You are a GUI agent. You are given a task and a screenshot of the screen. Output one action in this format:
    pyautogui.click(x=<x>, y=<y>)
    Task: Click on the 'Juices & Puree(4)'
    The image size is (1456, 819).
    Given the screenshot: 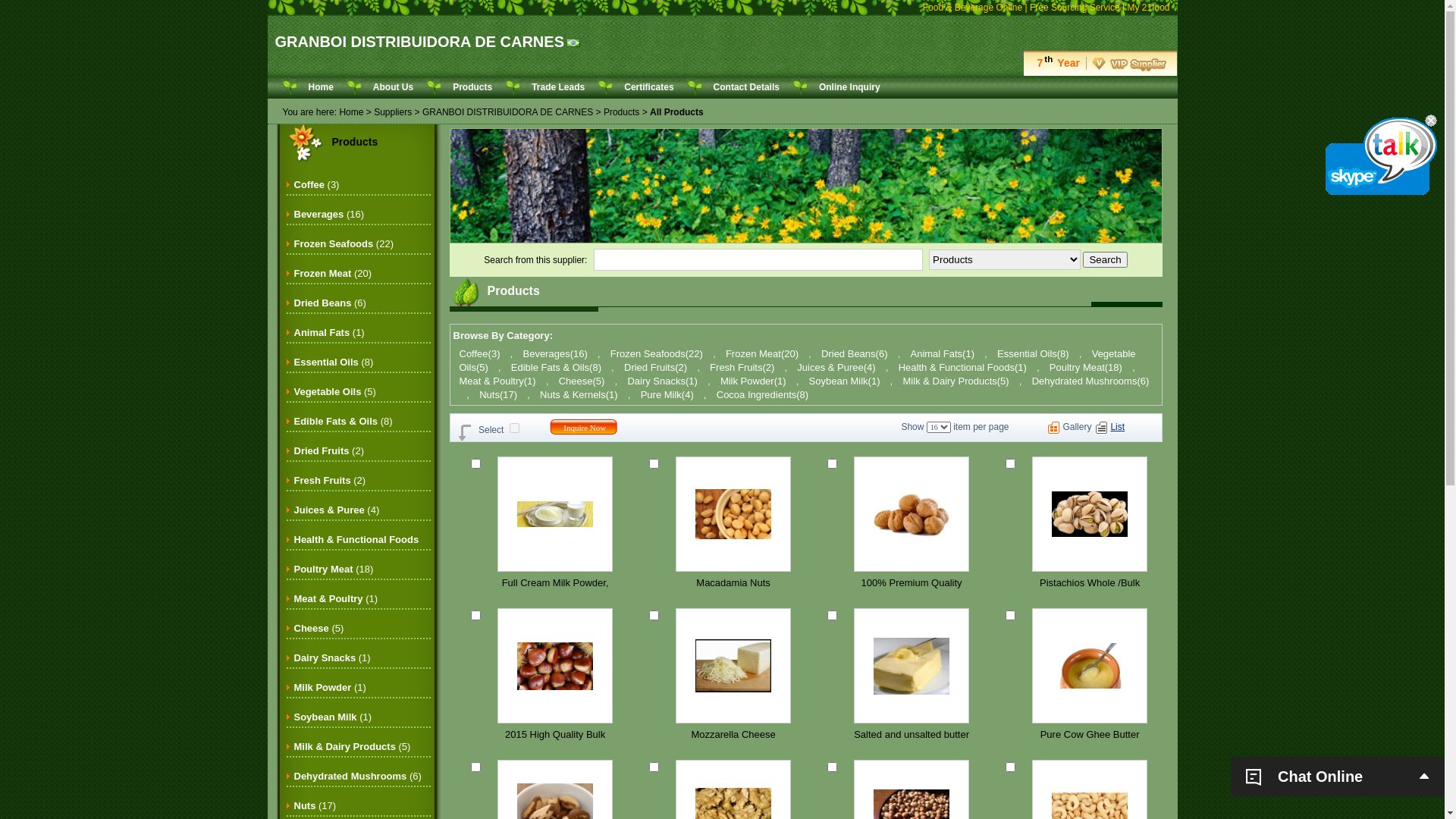 What is the action you would take?
    pyautogui.click(x=796, y=367)
    